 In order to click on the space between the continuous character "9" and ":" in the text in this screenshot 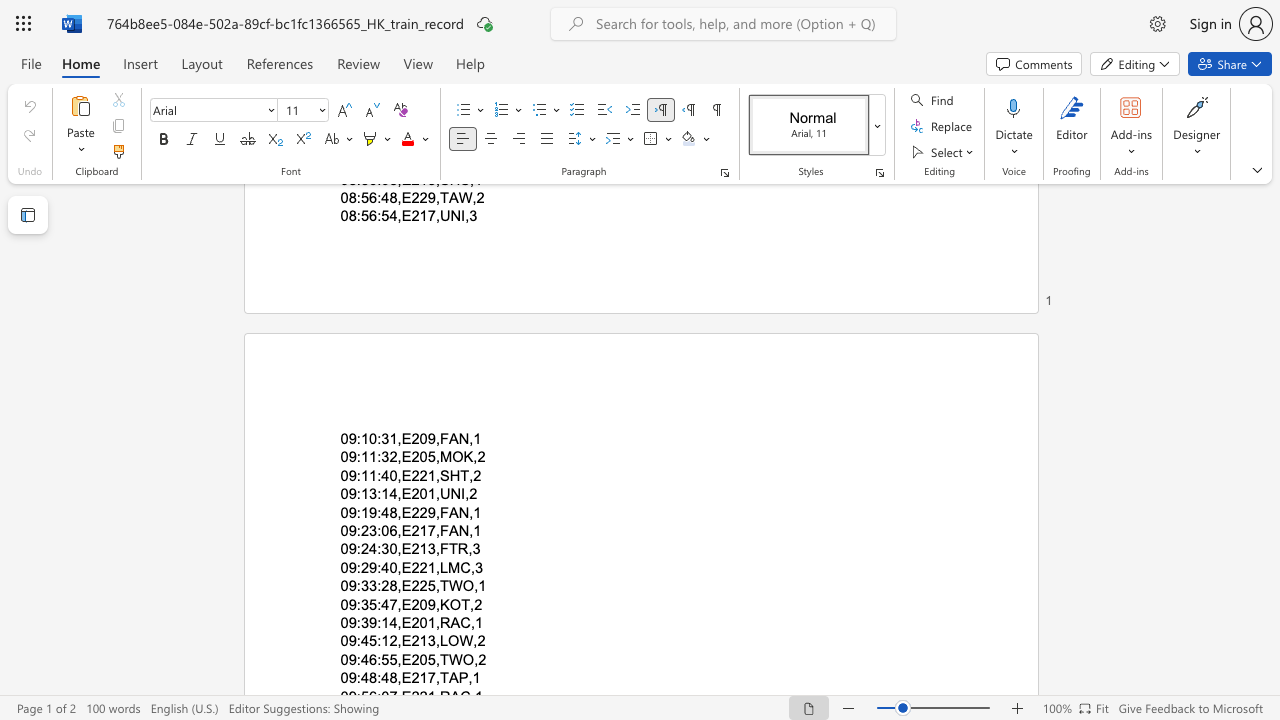, I will do `click(355, 641)`.